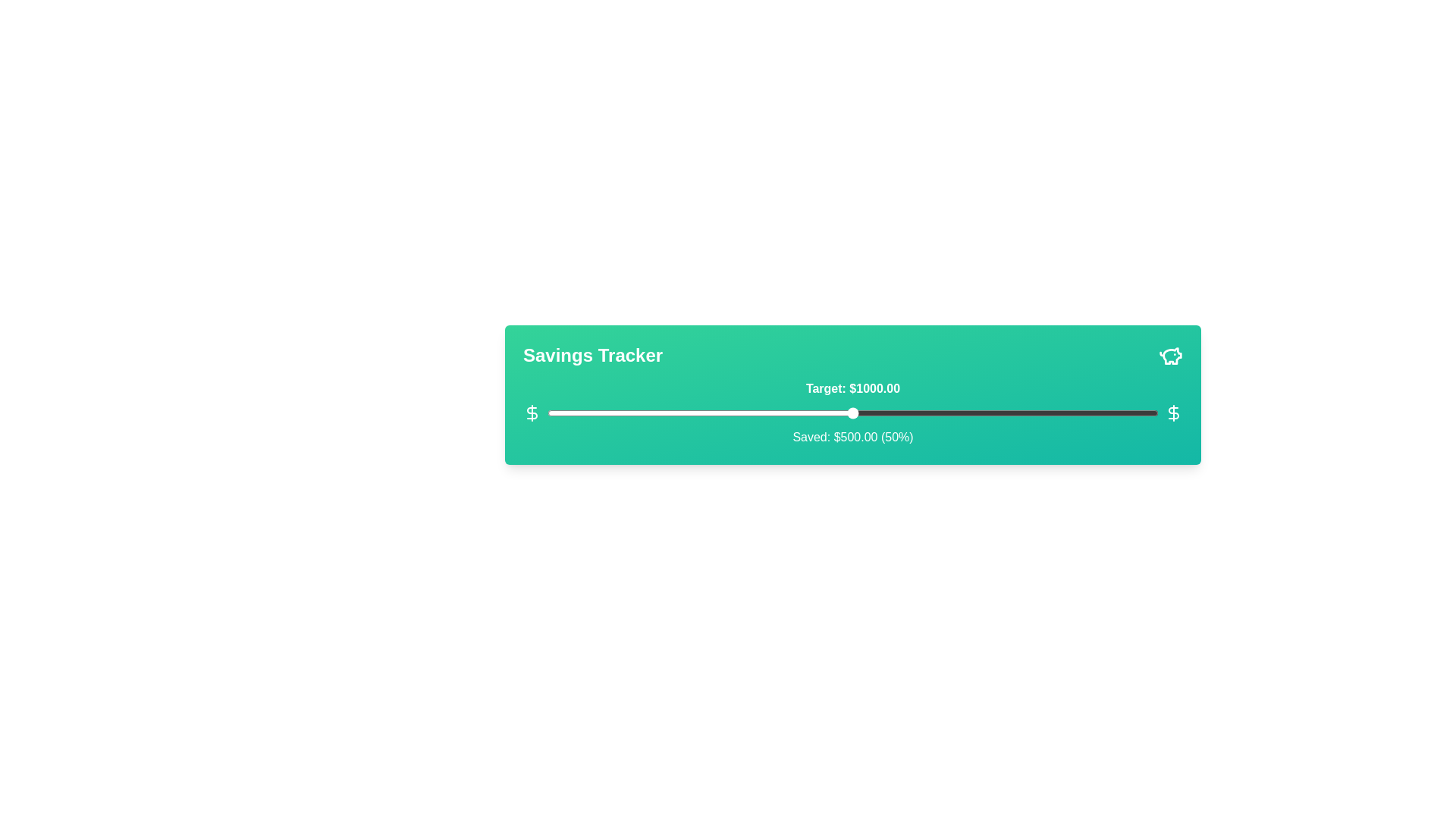 This screenshot has height=819, width=1456. Describe the element at coordinates (1041, 413) in the screenshot. I see `the savings tracker` at that location.